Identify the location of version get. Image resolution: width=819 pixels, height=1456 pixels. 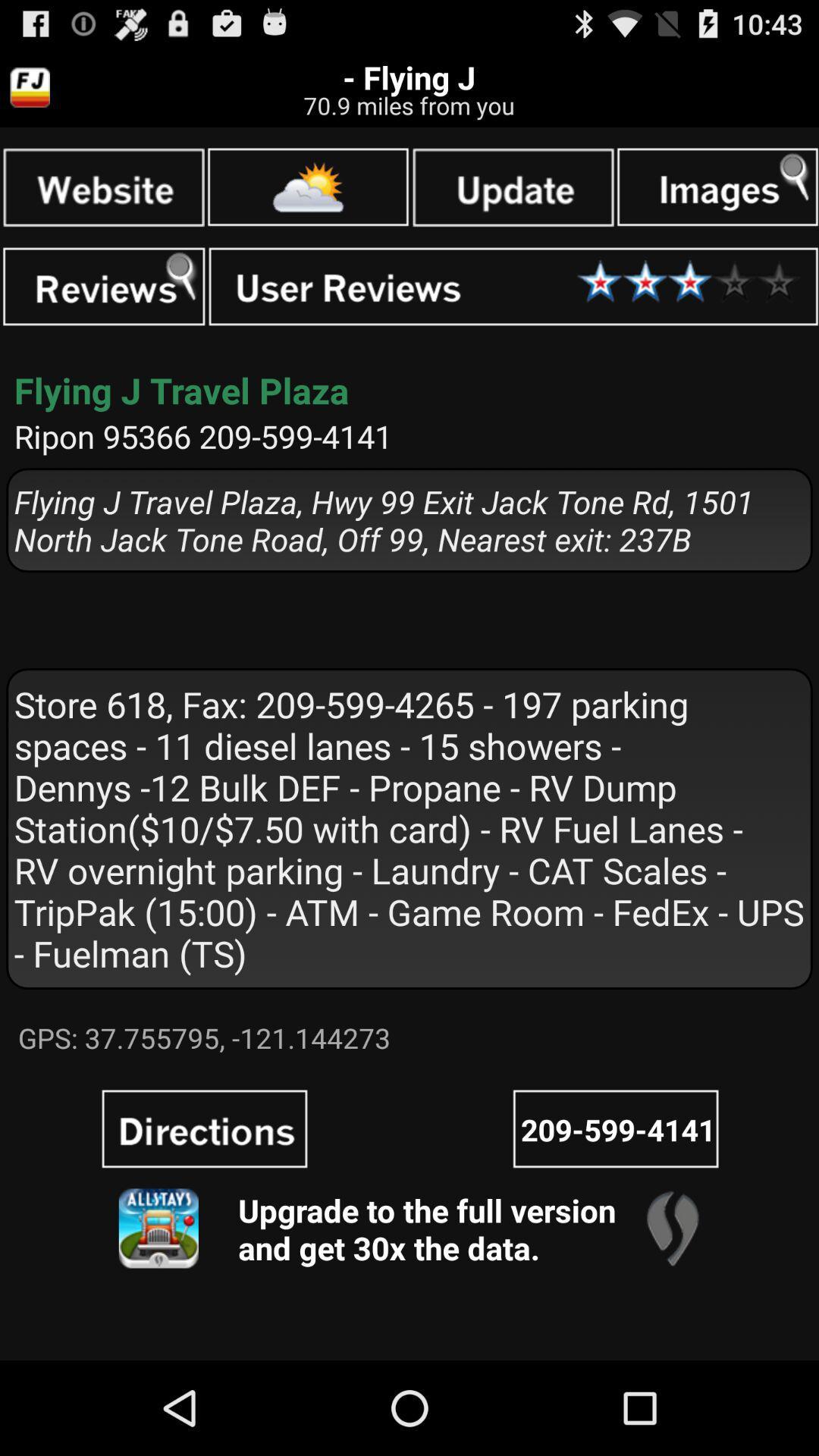
(158, 1228).